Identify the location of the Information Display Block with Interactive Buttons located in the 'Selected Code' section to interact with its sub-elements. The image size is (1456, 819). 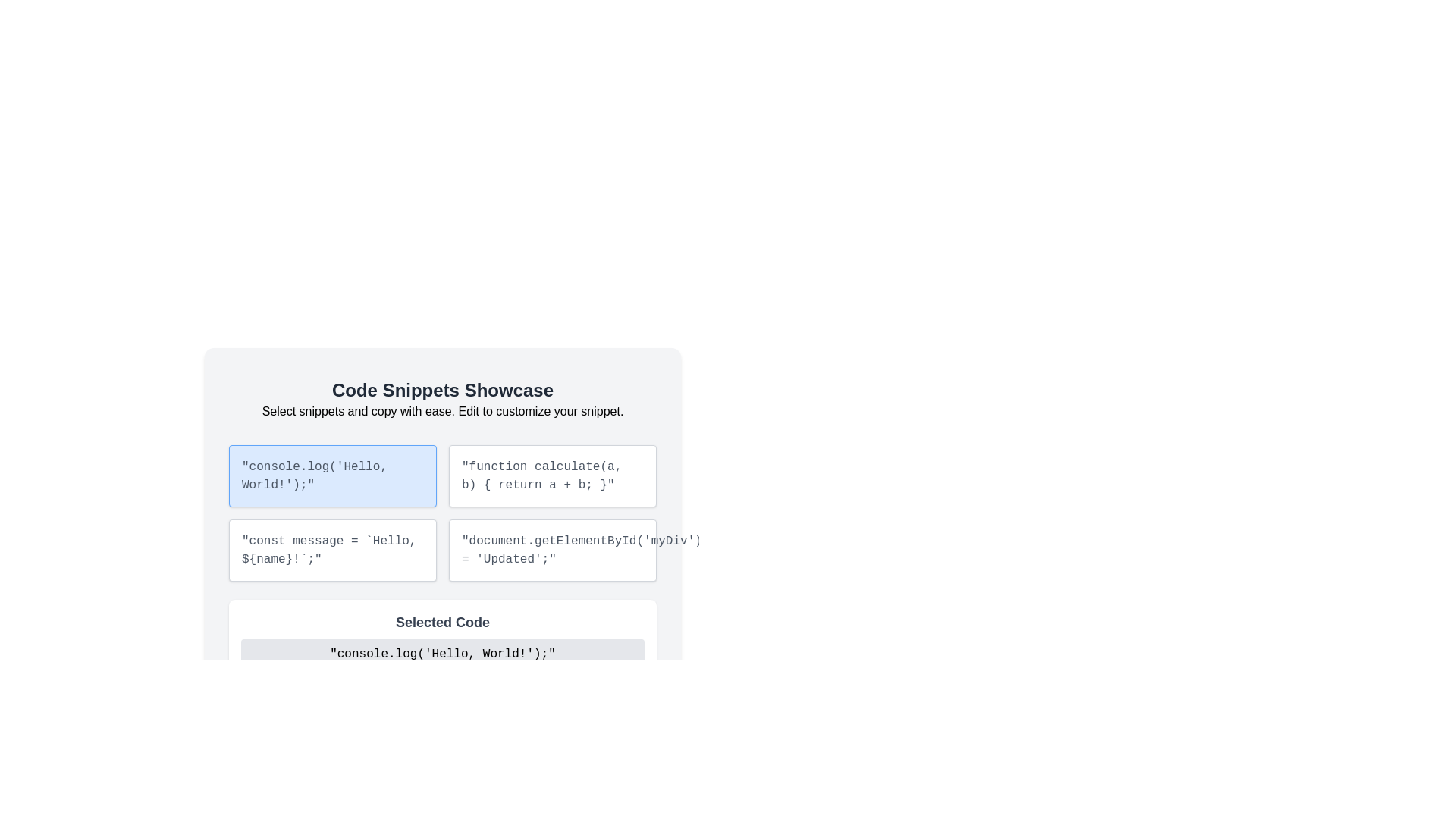
(442, 661).